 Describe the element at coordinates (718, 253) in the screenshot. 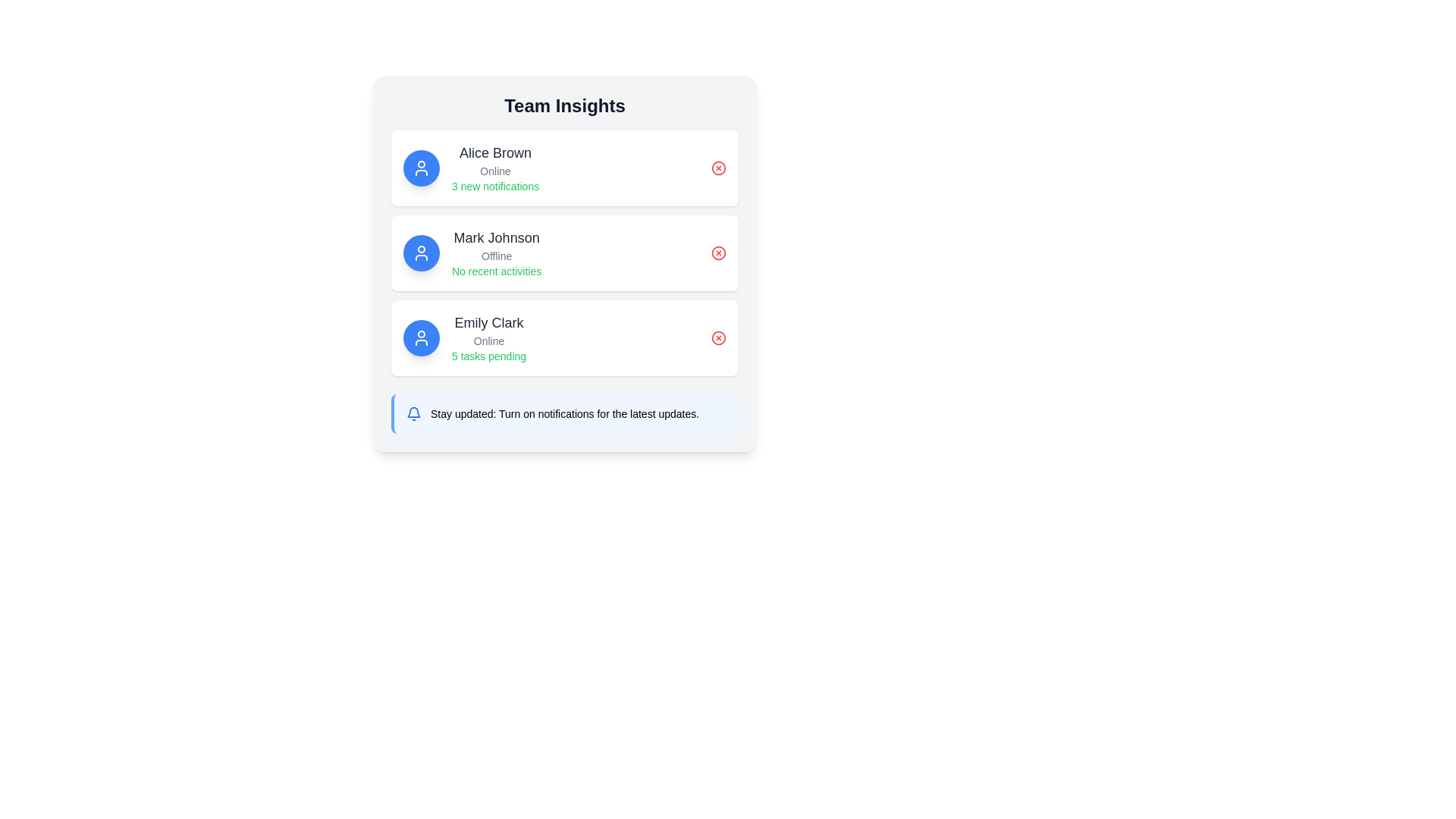

I see `the close button located in the top-right corner of the second card in a vertically stacked list of card elements` at that location.